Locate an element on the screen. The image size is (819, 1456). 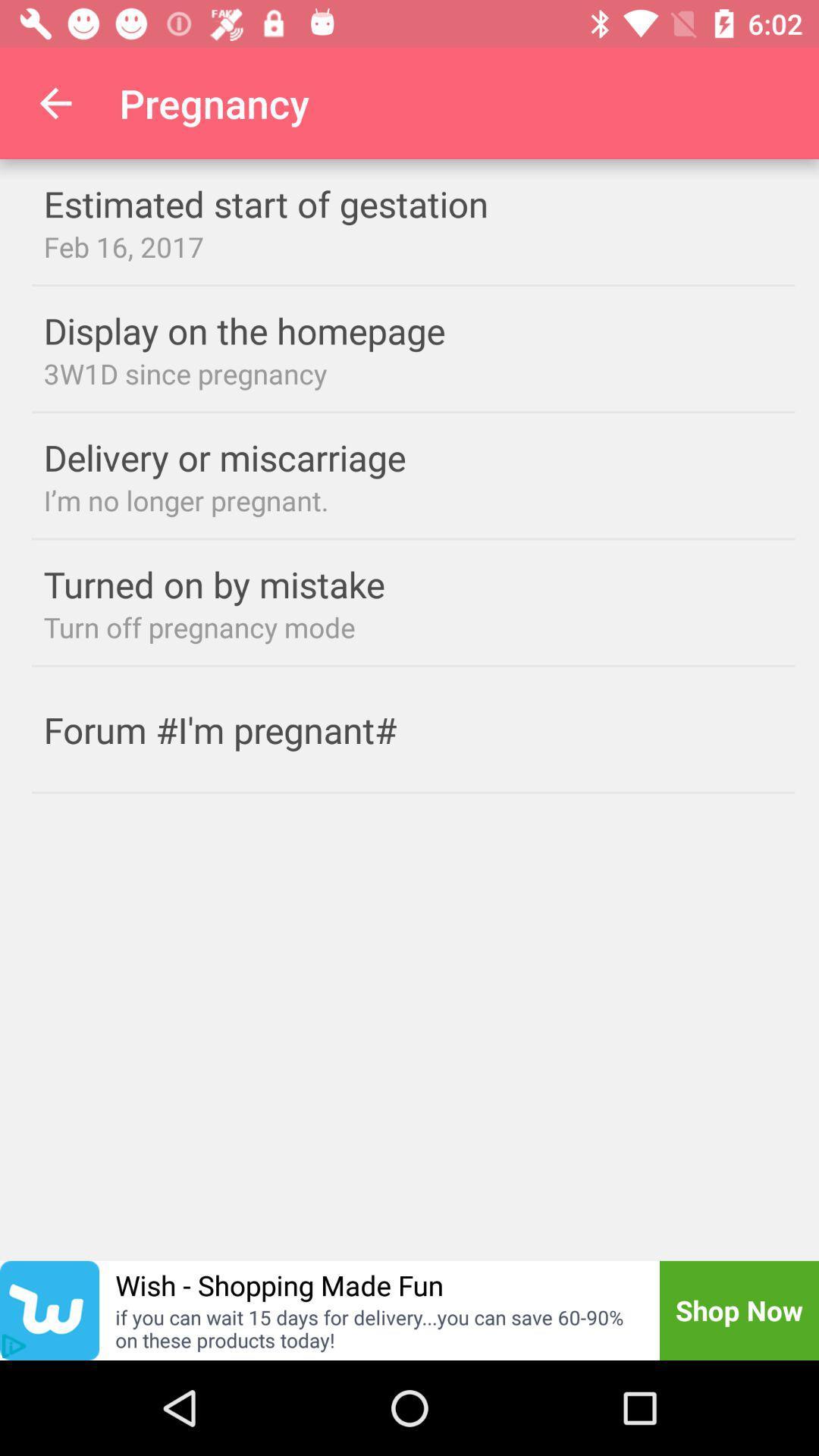
the icon to the left of shop now item is located at coordinates (279, 1284).